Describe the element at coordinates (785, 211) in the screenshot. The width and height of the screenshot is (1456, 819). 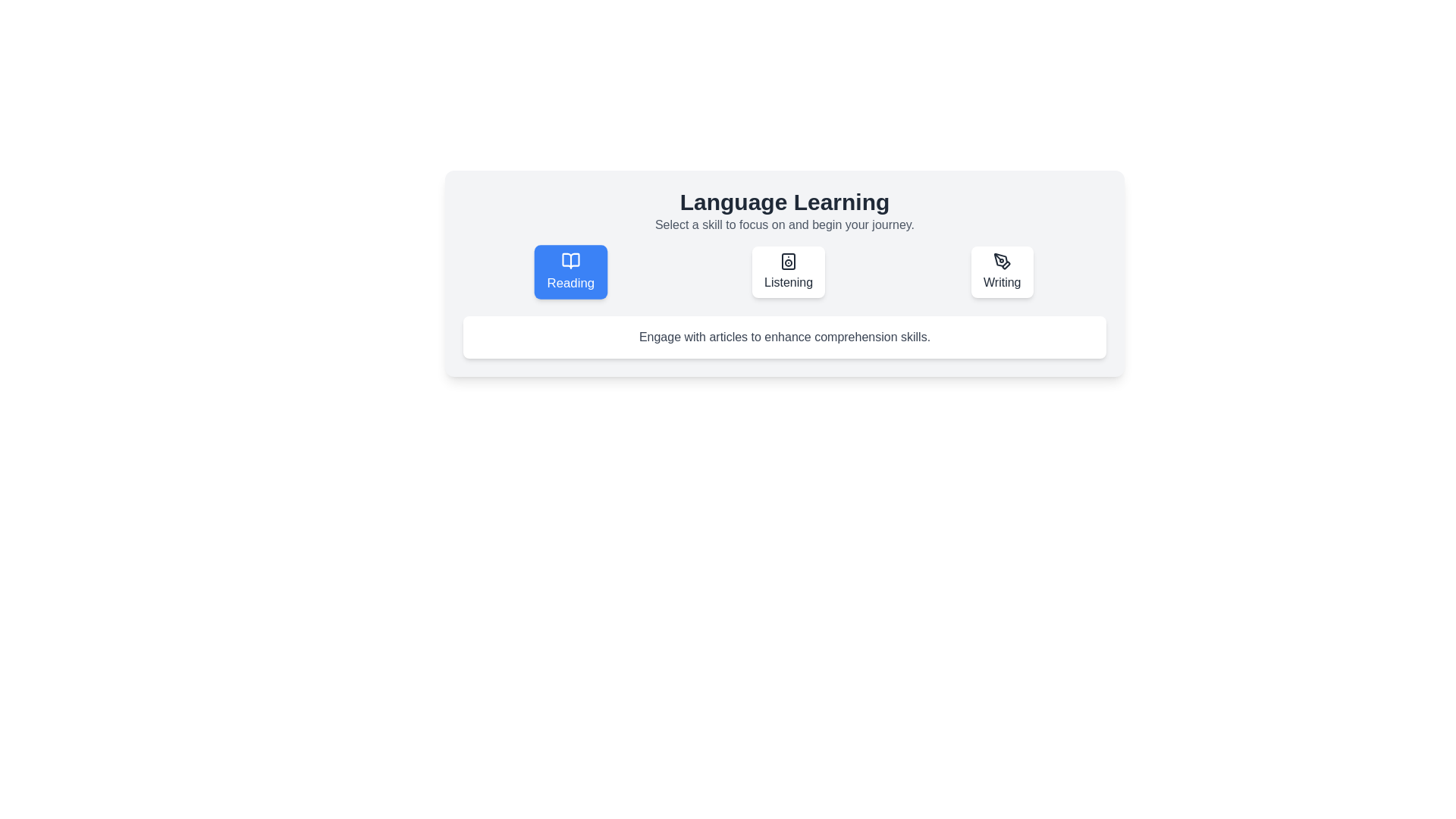
I see `the static text block that introduces the user to the concept of the interface, stating 'Language Learning' and providing the instruction 'Select a skill to focus on and begin your journey'` at that location.